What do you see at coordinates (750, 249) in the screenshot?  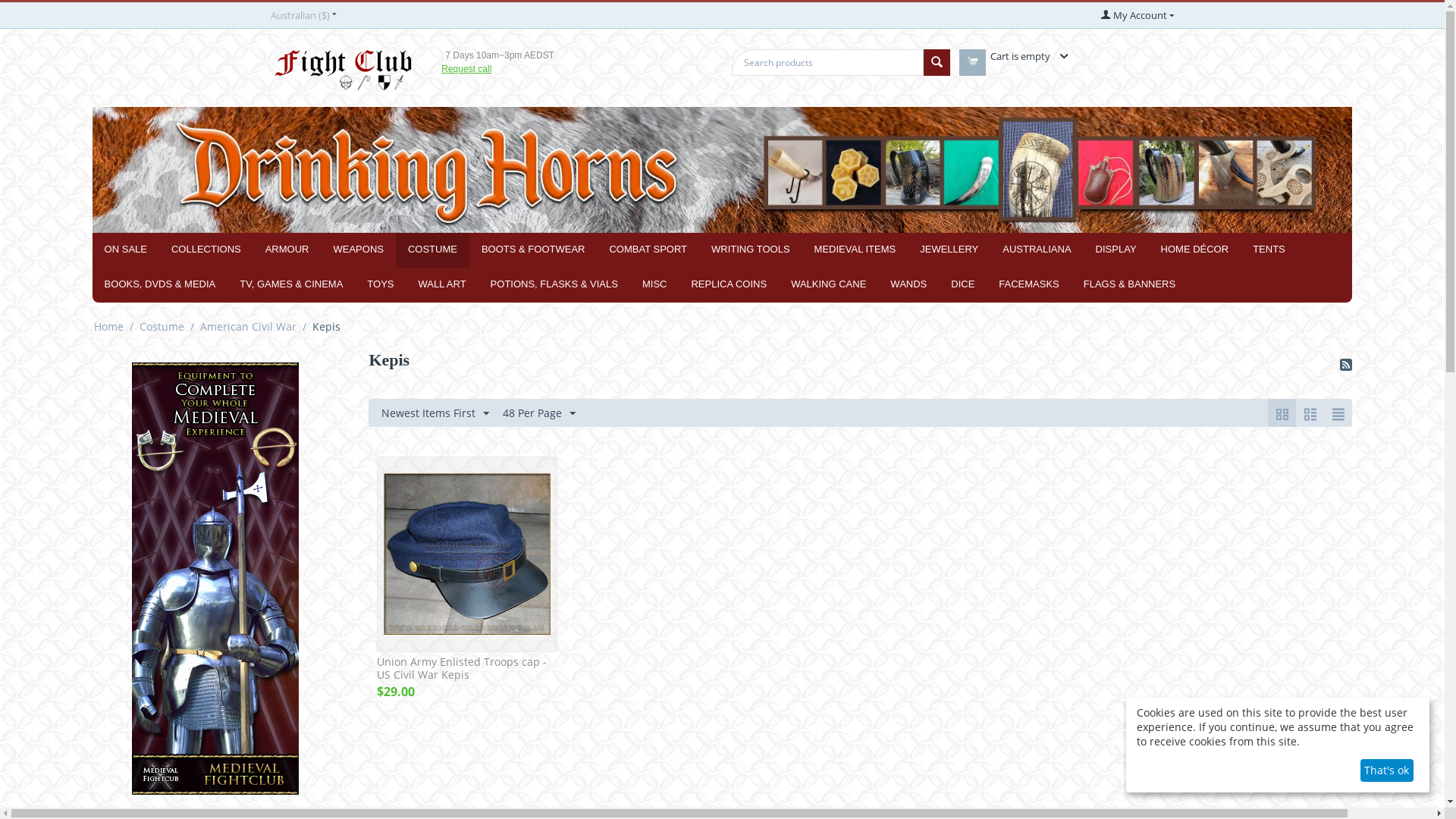 I see `'WRITING TOOLS'` at bounding box center [750, 249].